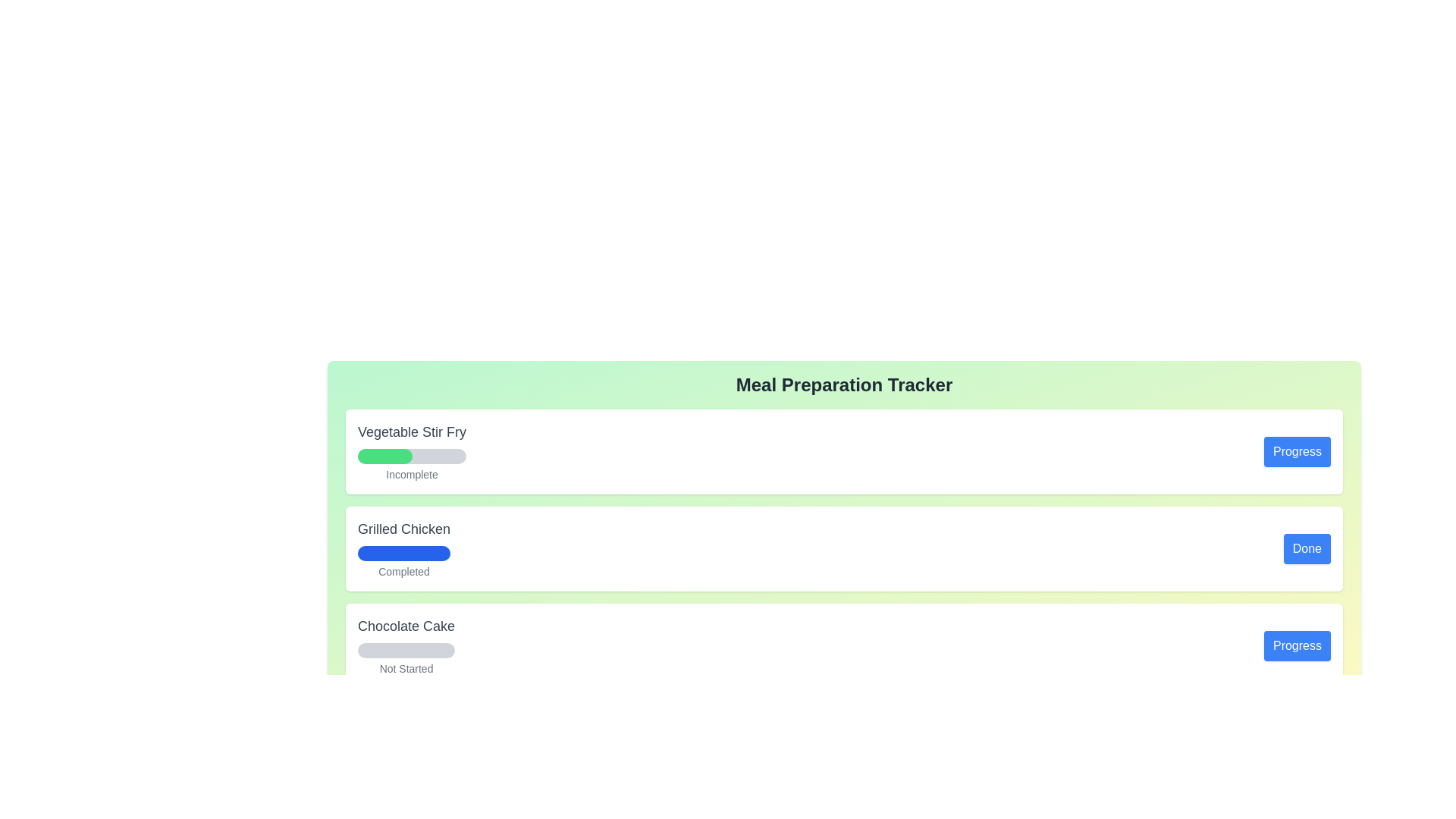  What do you see at coordinates (412, 473) in the screenshot?
I see `the text label displaying 'Incomplete' located beneath the progress bar in the 'Vegetable Stir Fry' section` at bounding box center [412, 473].